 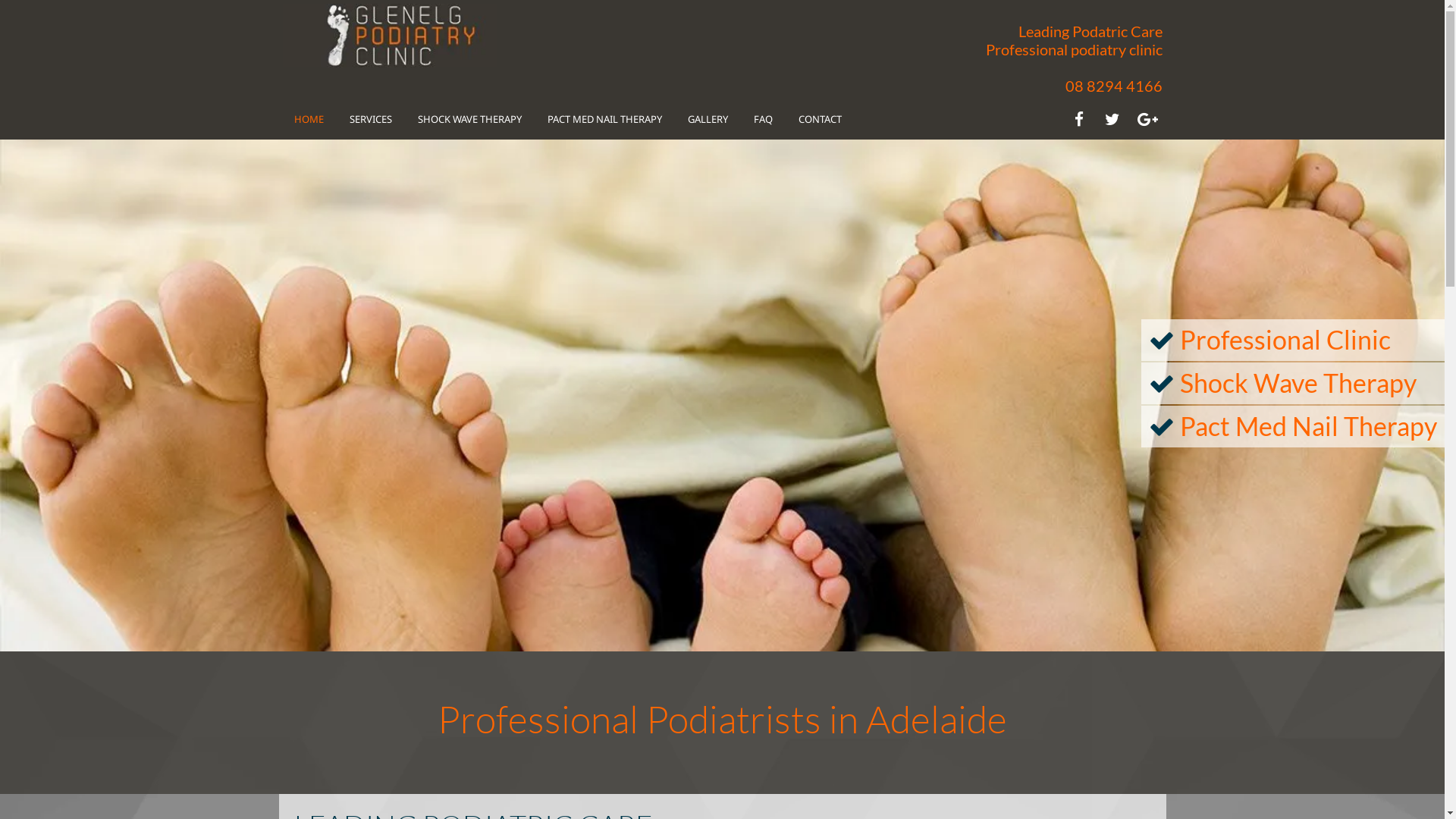 I want to click on 'SERVICES', so click(x=370, y=118).